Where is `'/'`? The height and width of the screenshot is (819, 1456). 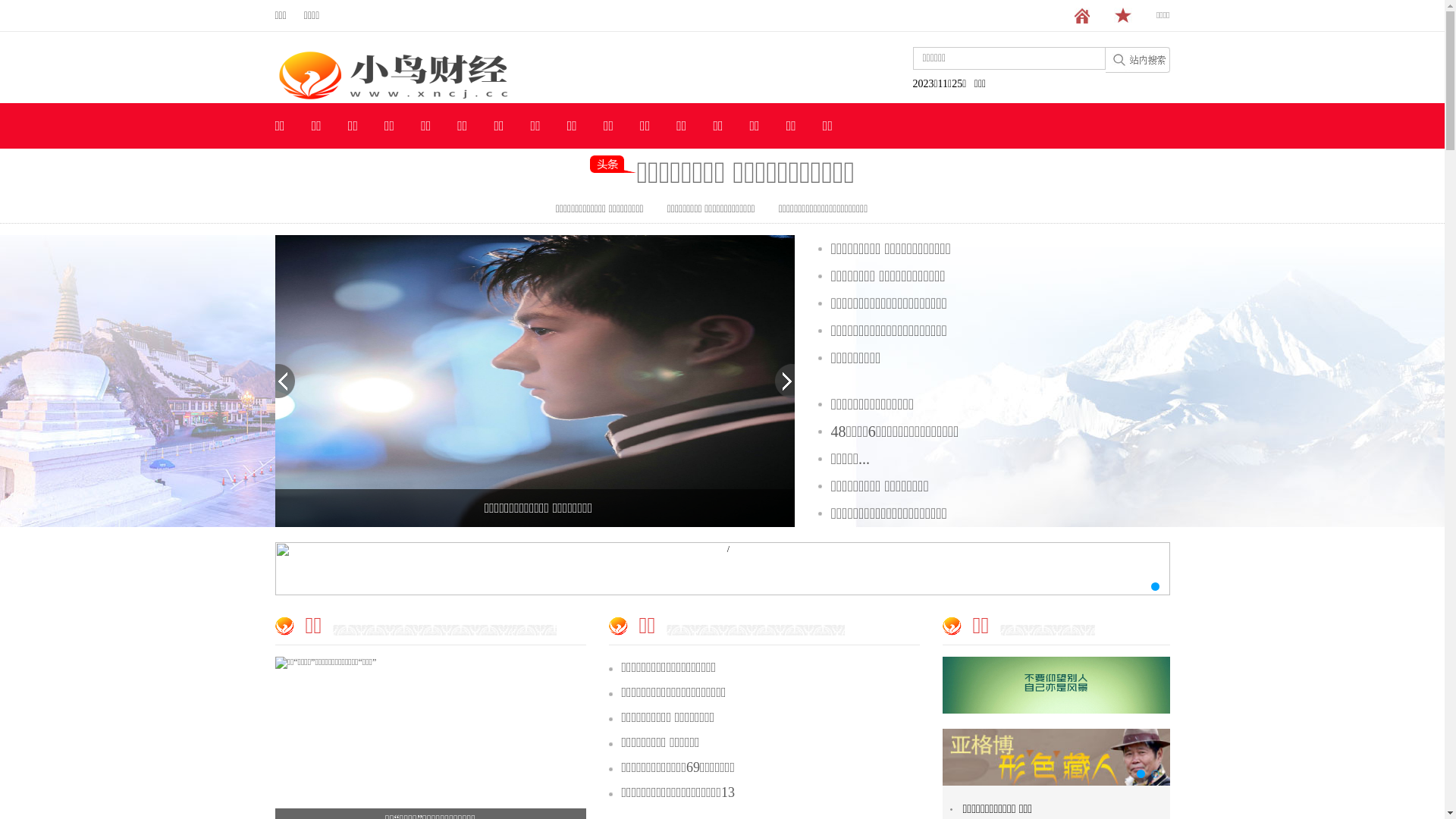
'/' is located at coordinates (720, 568).